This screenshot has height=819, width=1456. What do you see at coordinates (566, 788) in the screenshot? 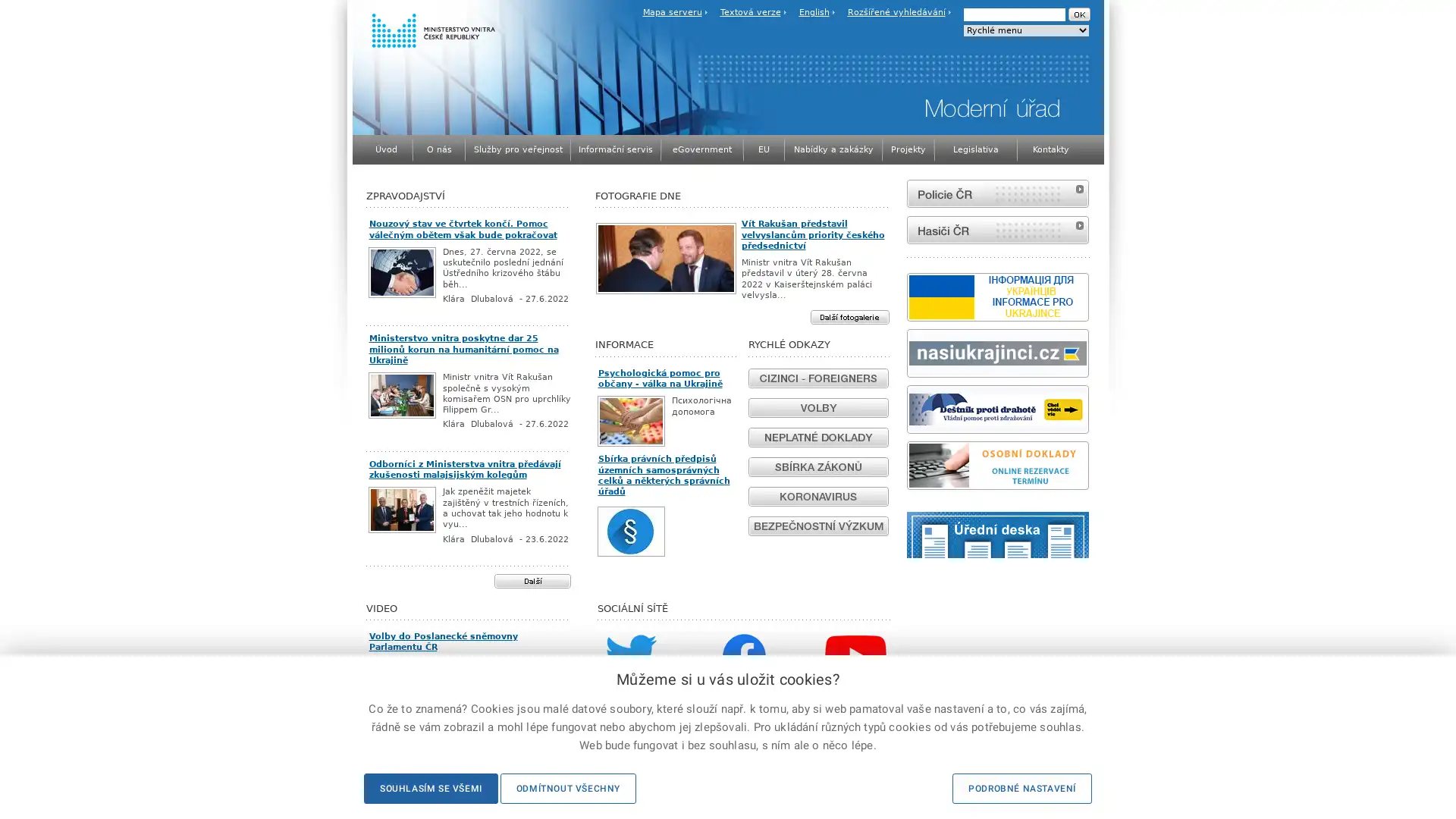
I see `ODMITNOUT VSECHNY` at bounding box center [566, 788].